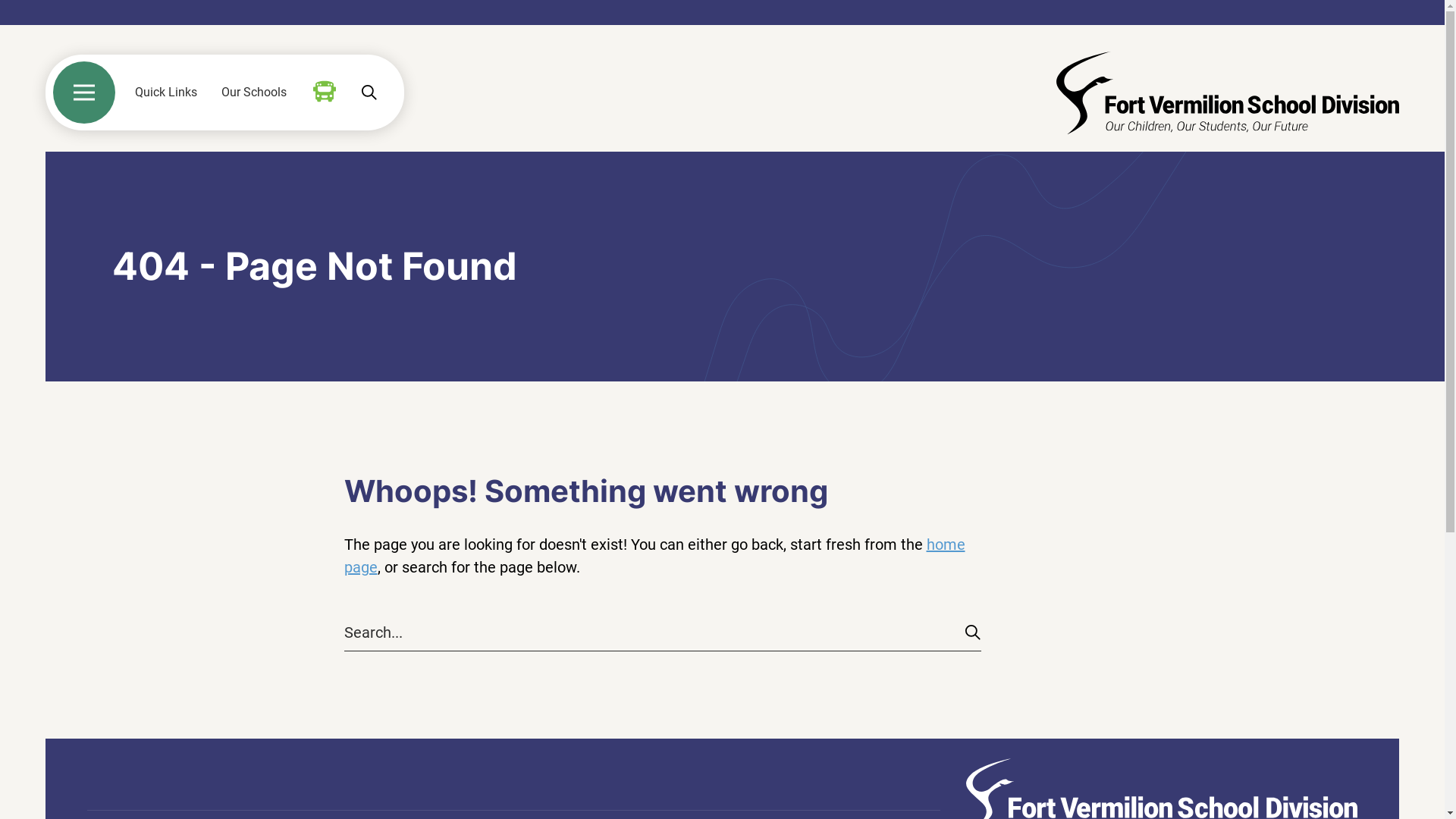 The width and height of the screenshot is (1456, 819). I want to click on 'Fort Vermilion School Division', so click(1227, 93).